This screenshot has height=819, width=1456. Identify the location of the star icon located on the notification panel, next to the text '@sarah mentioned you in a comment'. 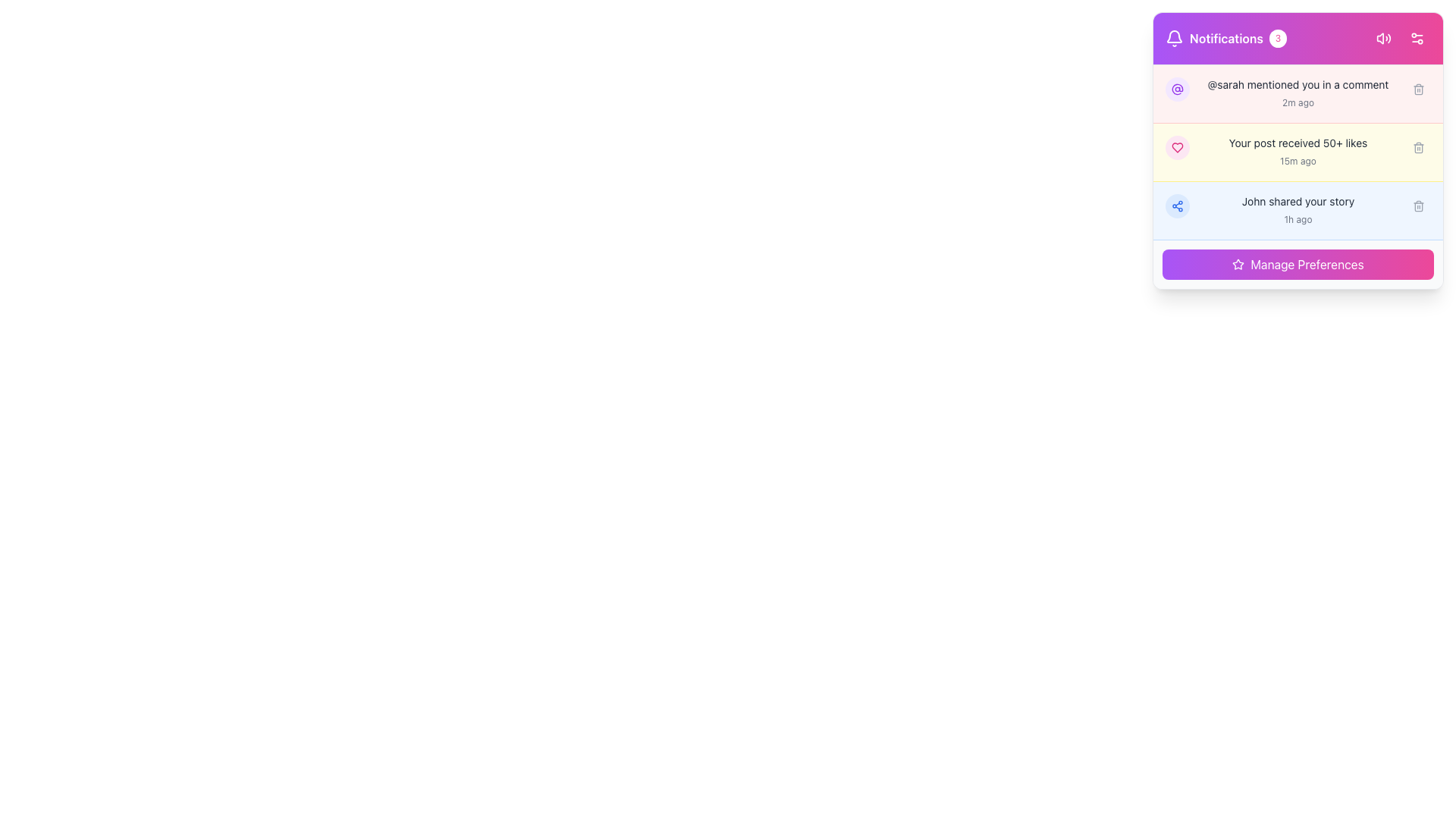
(1238, 263).